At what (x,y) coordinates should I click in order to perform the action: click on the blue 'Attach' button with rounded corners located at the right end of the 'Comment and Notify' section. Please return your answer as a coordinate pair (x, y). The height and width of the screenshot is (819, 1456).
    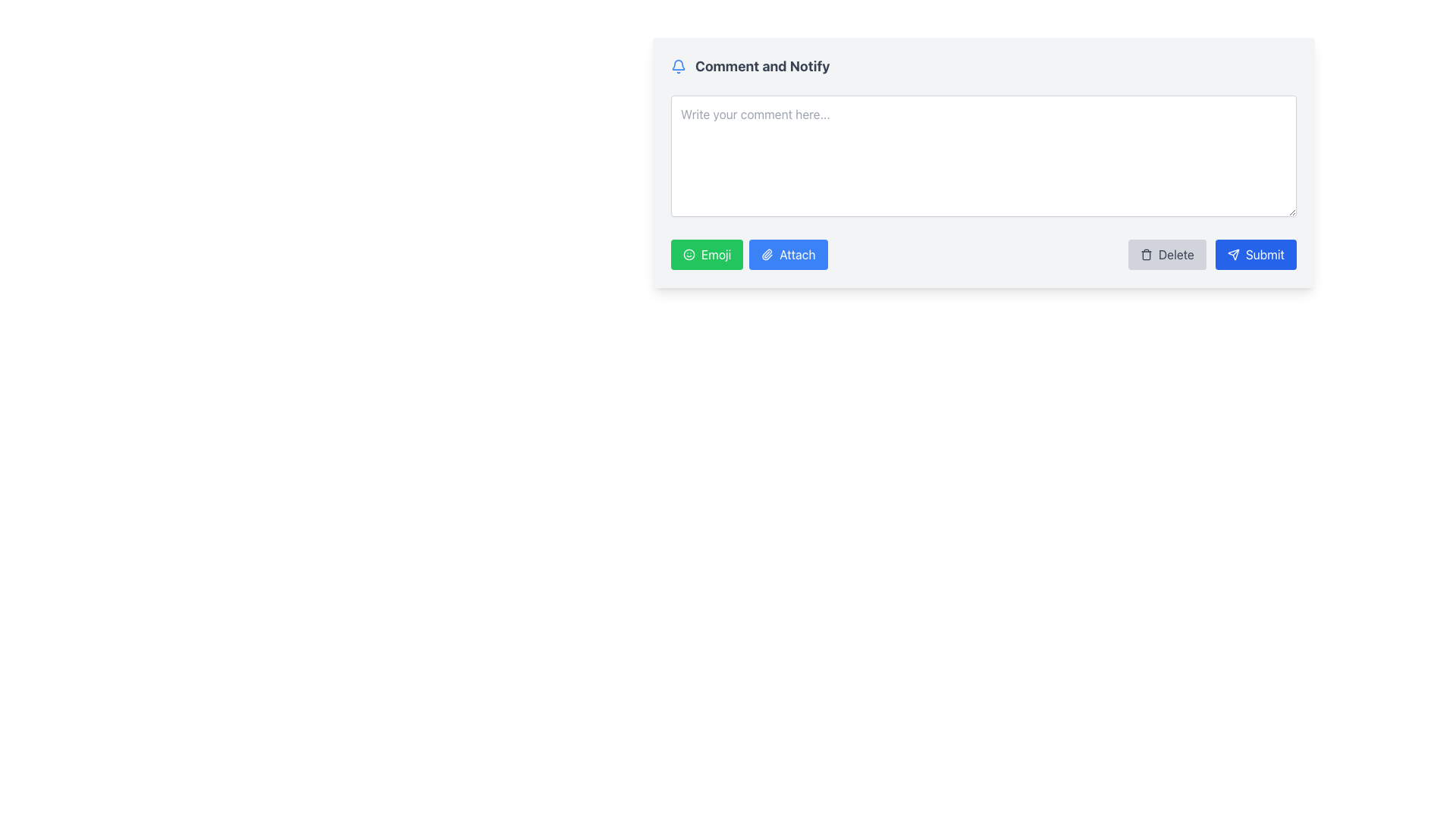
    Looking at the image, I should click on (787, 253).